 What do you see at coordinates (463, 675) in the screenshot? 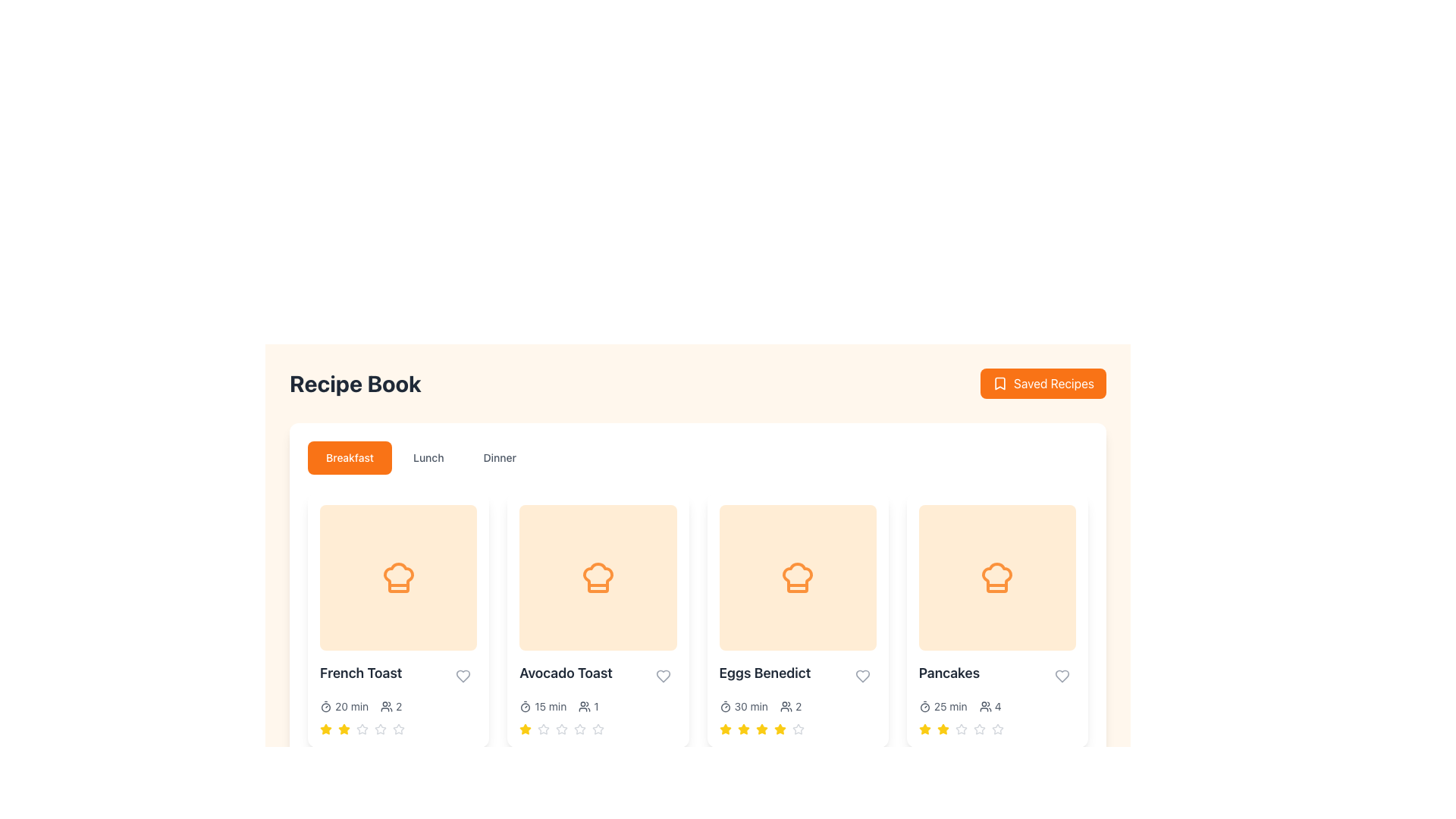
I see `the Heart Icon within the 'French Toast' recipe card to mark the recipe as a favorite` at bounding box center [463, 675].